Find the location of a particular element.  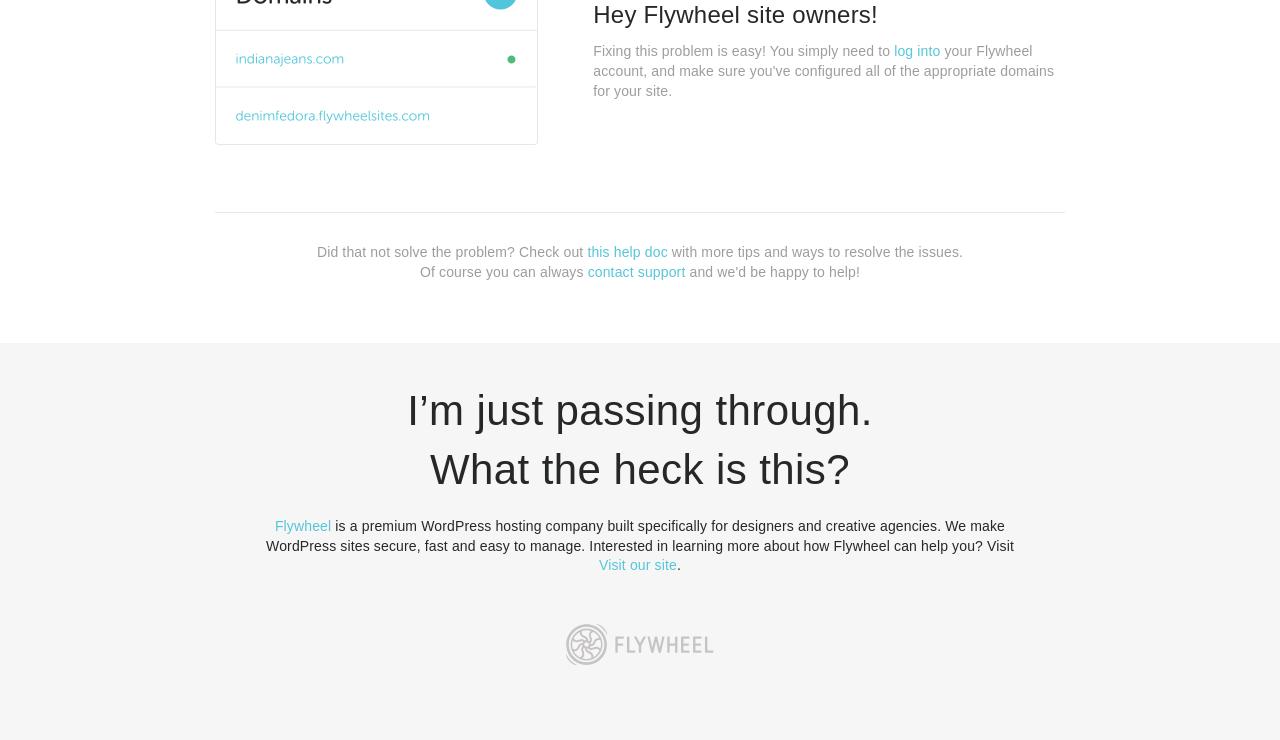

'Of course you can always' is located at coordinates (503, 269).